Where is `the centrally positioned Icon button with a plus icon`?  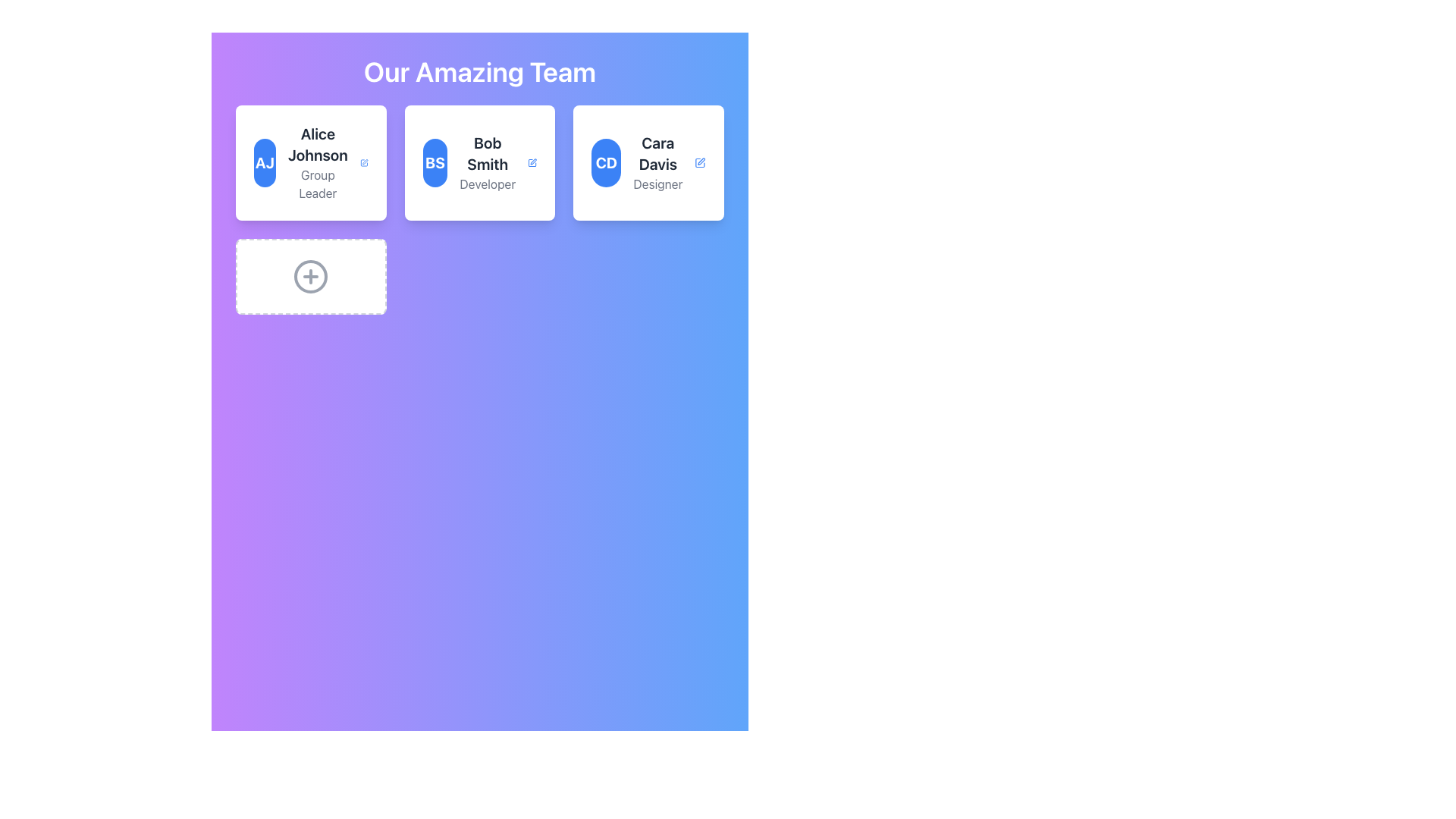
the centrally positioned Icon button with a plus icon is located at coordinates (310, 277).